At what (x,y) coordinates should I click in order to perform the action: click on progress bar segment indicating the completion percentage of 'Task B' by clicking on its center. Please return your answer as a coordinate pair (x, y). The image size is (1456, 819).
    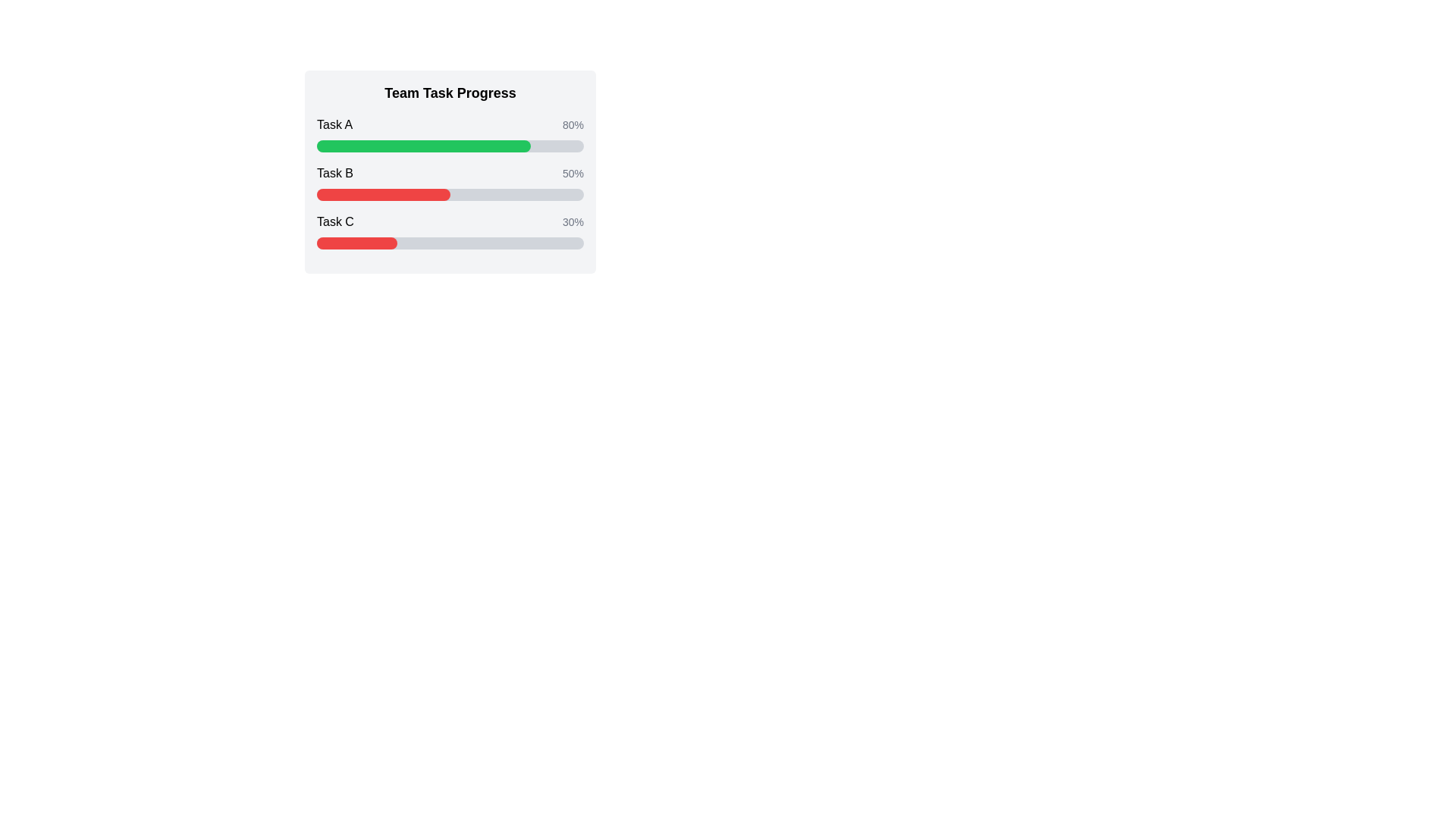
    Looking at the image, I should click on (383, 194).